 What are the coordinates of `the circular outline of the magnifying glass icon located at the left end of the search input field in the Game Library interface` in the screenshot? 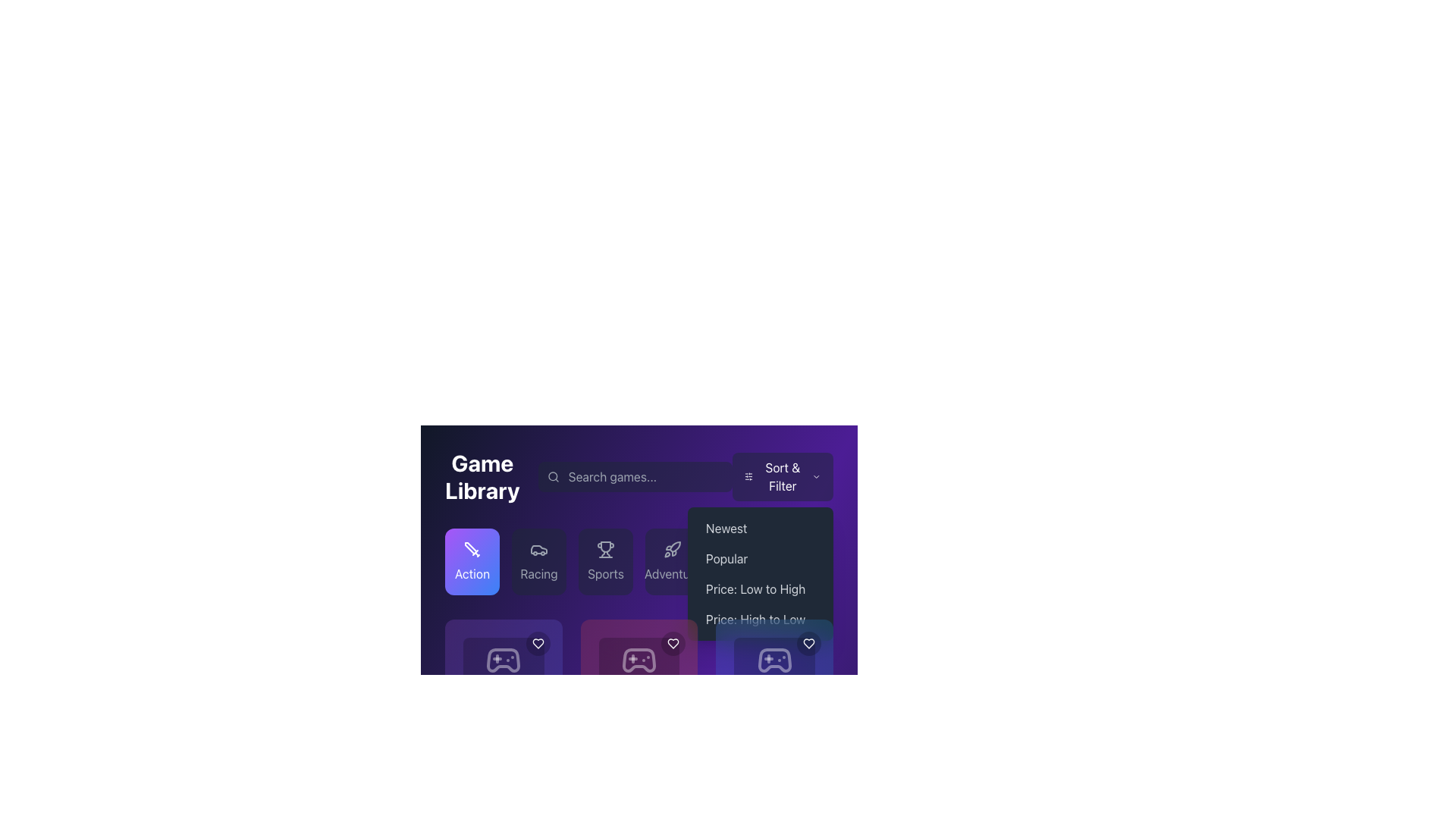 It's located at (552, 475).